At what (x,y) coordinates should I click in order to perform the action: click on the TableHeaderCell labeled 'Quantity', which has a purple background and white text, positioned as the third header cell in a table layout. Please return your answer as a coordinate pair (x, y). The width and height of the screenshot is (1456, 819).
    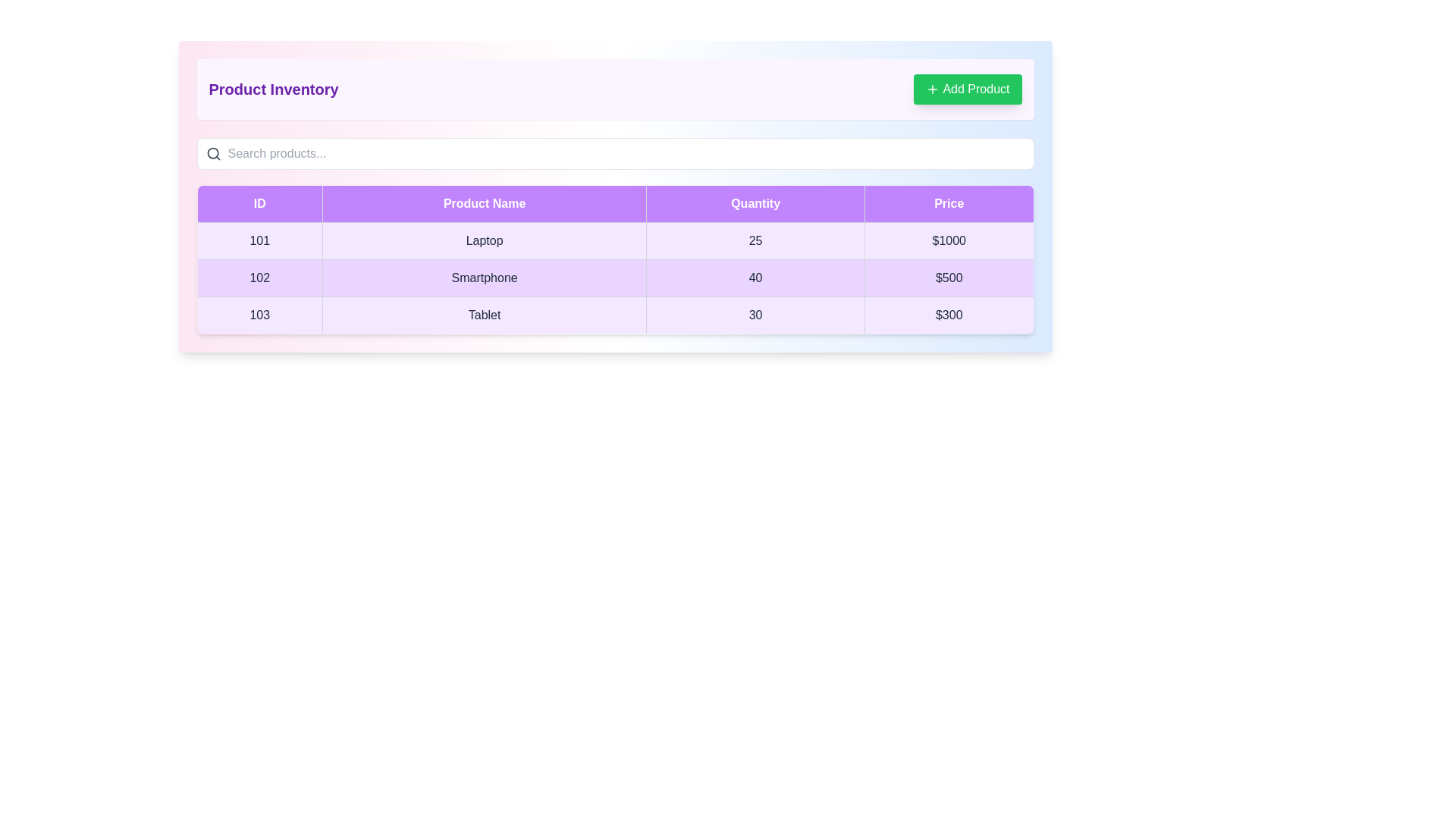
    Looking at the image, I should click on (755, 203).